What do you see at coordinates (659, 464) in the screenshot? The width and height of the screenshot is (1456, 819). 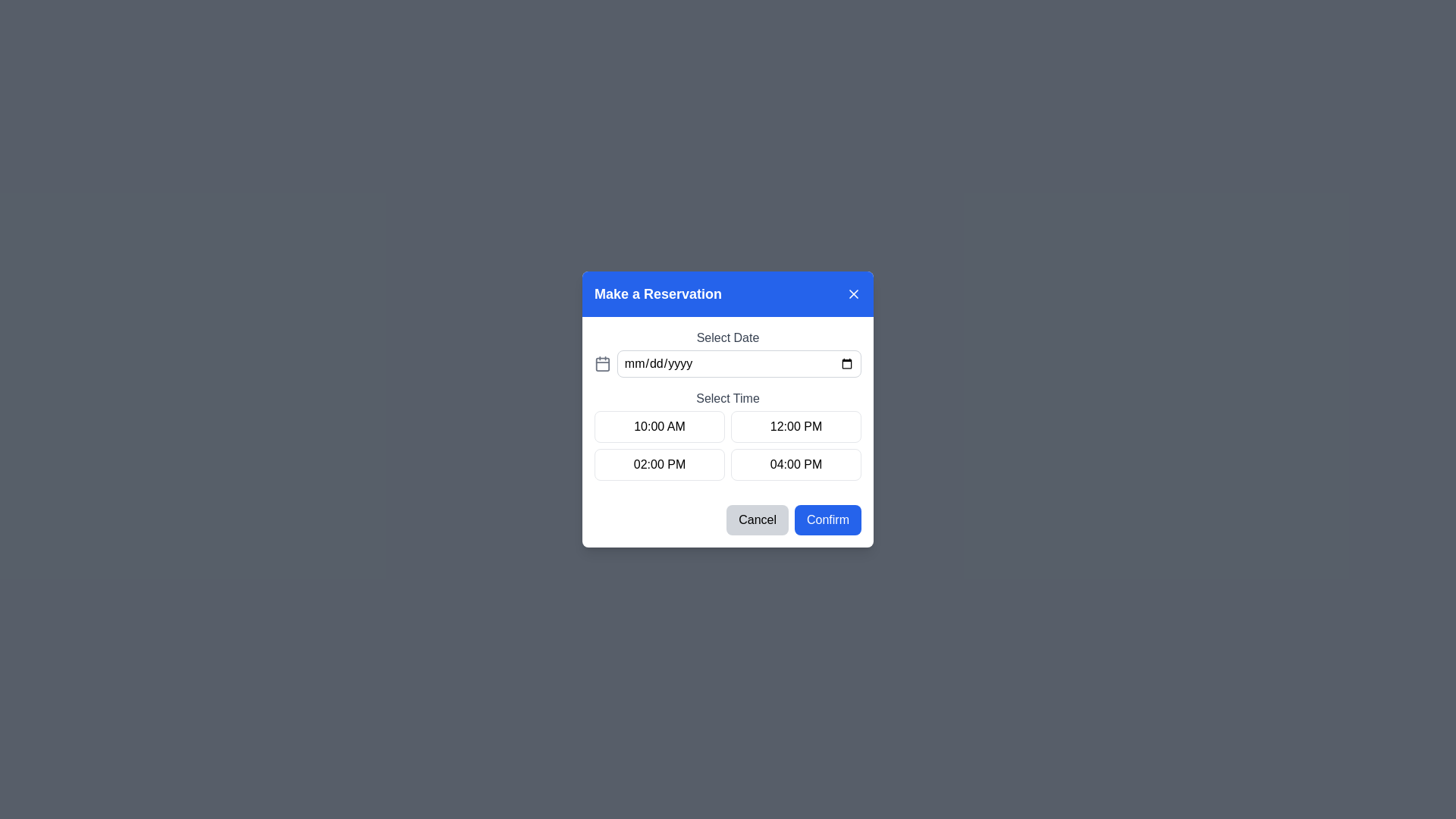 I see `the button` at bounding box center [659, 464].